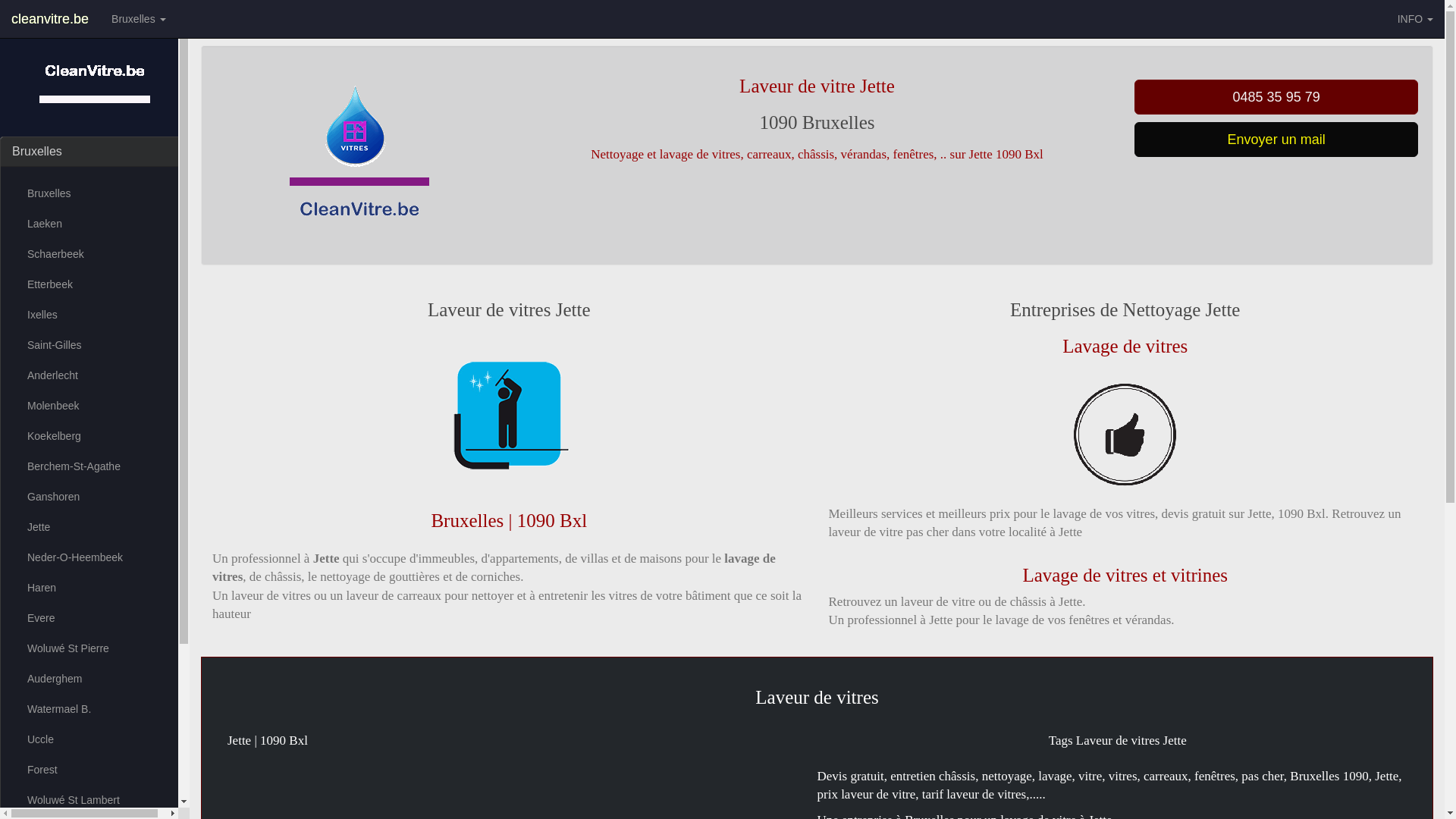  Describe the element at coordinates (93, 345) in the screenshot. I see `'Saint-Gilles'` at that location.